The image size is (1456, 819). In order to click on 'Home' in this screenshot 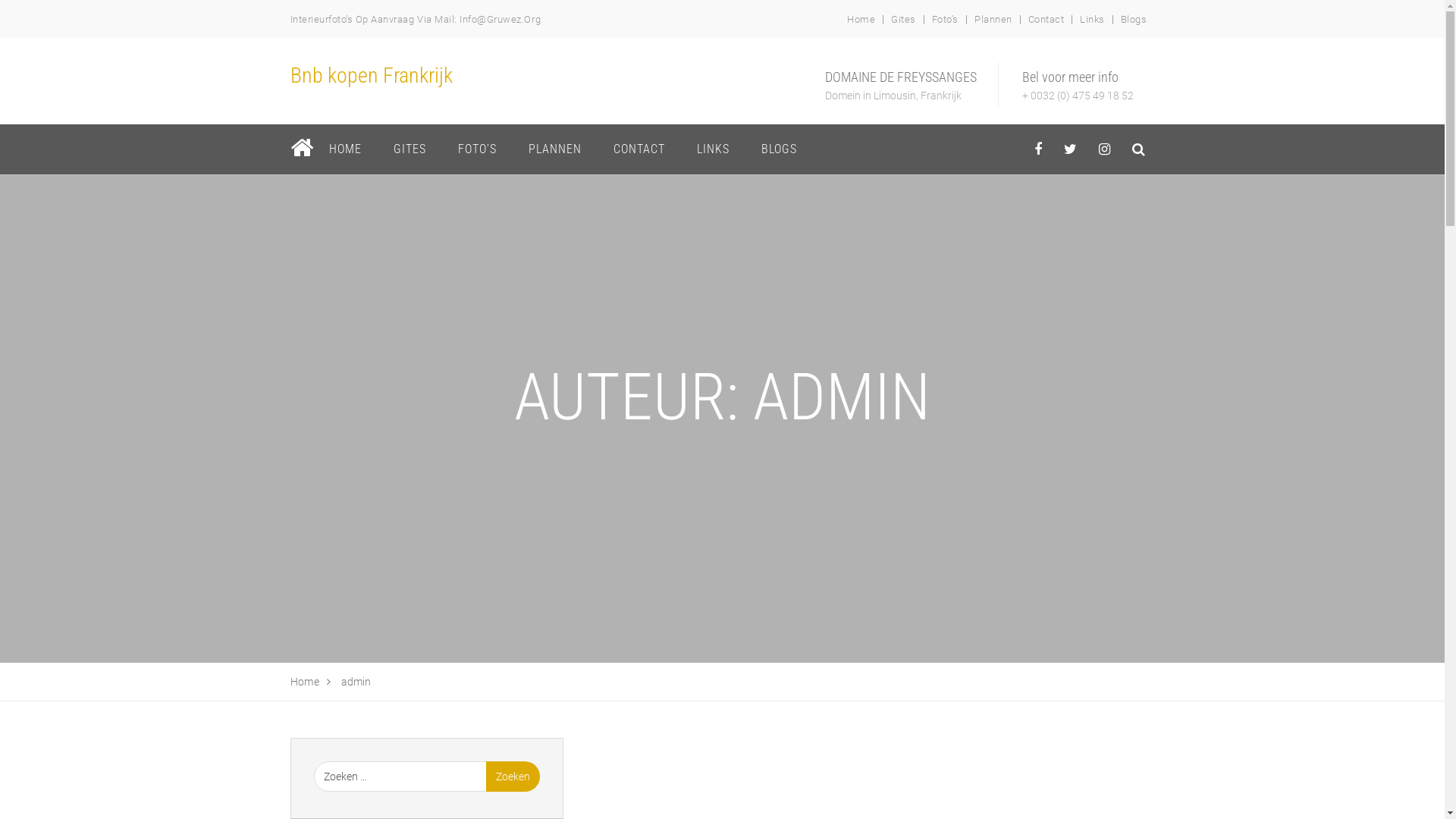, I will do `click(846, 19)`.